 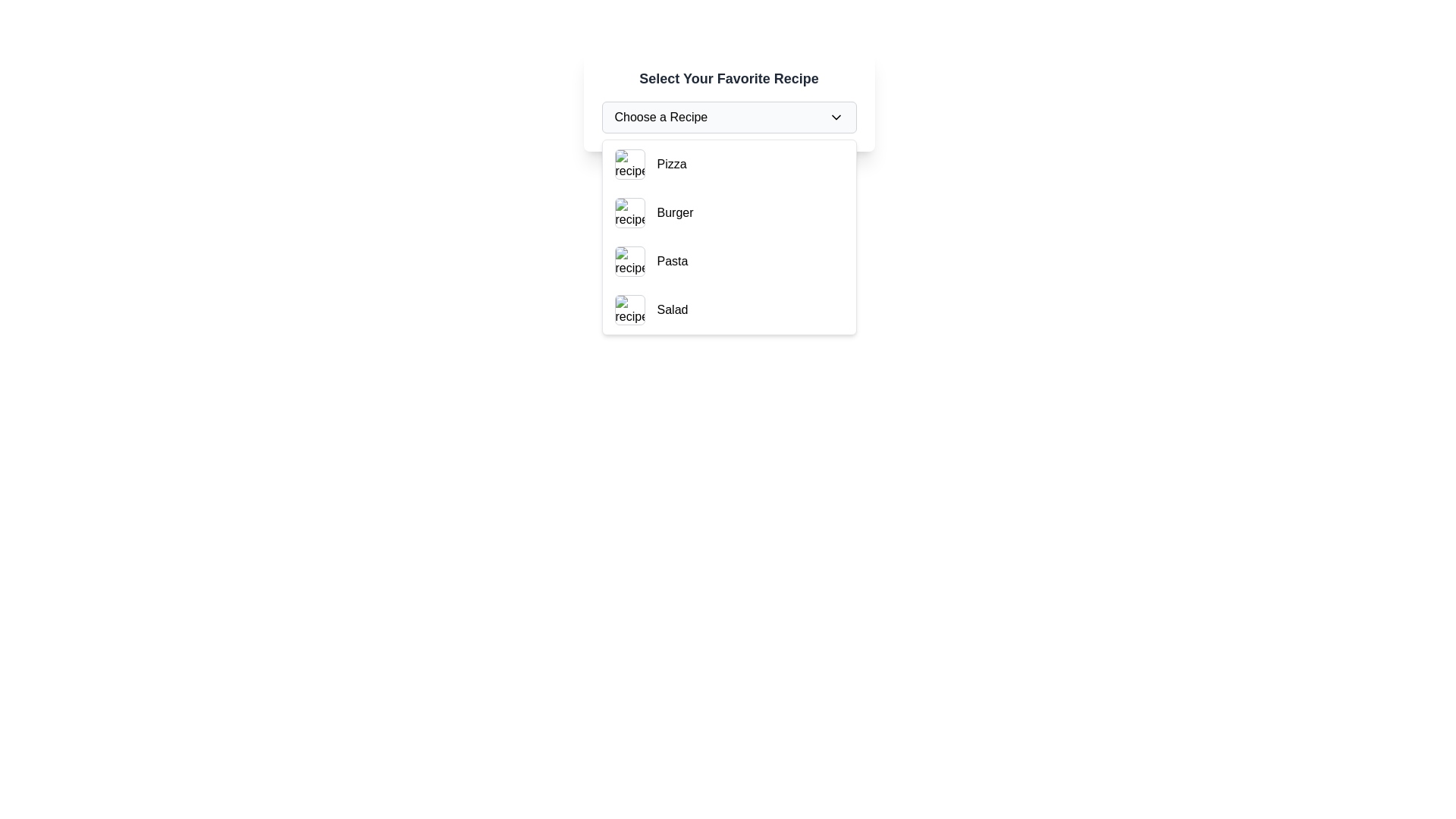 I want to click on to select the 'Salad' option in the dropdown menu labeled 'Select Your Favorite Recipe', which is the last item in the list, so click(x=729, y=309).